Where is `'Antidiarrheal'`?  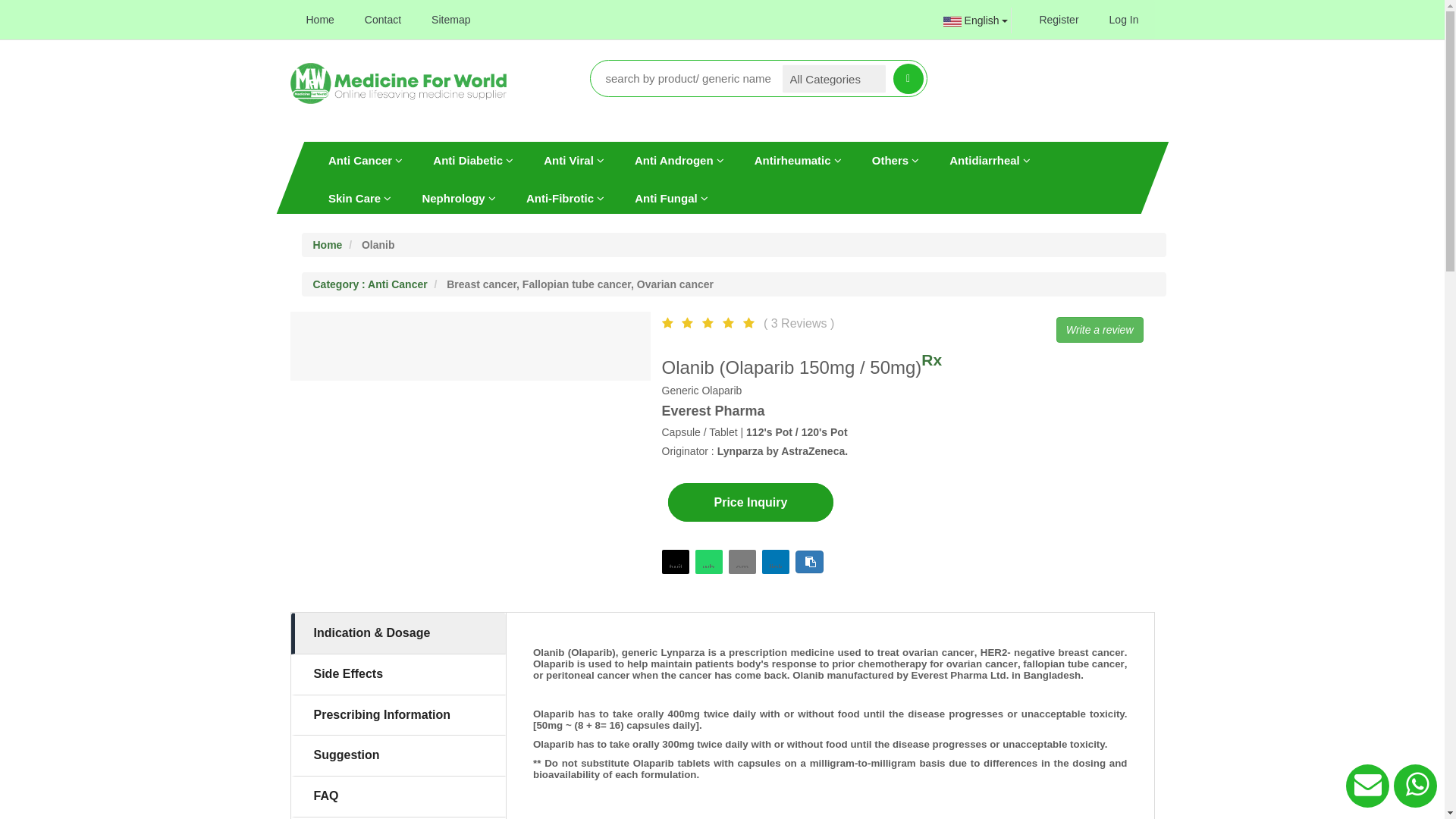
'Antidiarrheal' is located at coordinates (990, 160).